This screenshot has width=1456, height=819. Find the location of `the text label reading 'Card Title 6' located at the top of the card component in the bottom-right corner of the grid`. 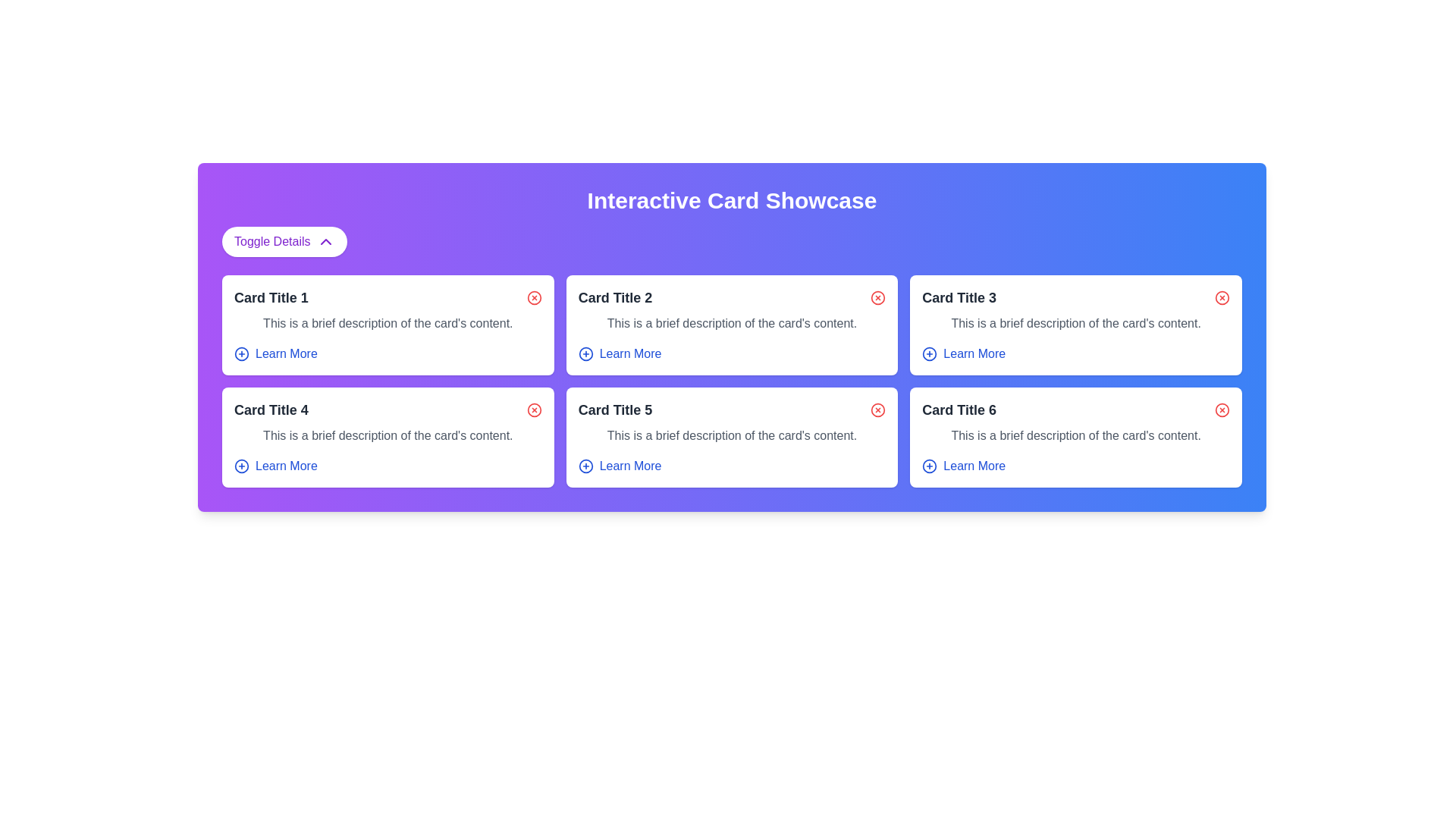

the text label reading 'Card Title 6' located at the top of the card component in the bottom-right corner of the grid is located at coordinates (959, 409).